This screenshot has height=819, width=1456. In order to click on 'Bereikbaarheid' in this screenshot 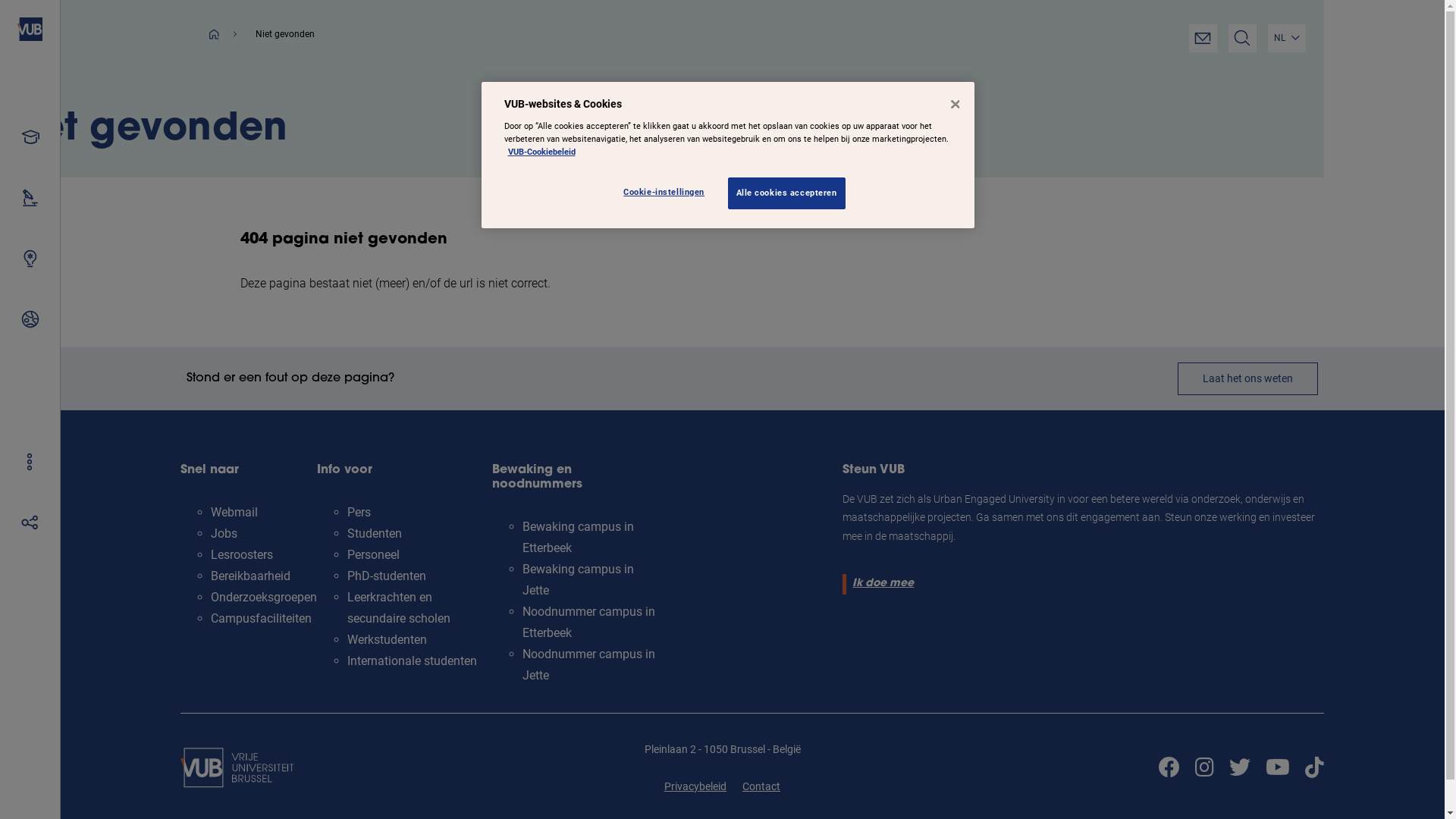, I will do `click(250, 576)`.